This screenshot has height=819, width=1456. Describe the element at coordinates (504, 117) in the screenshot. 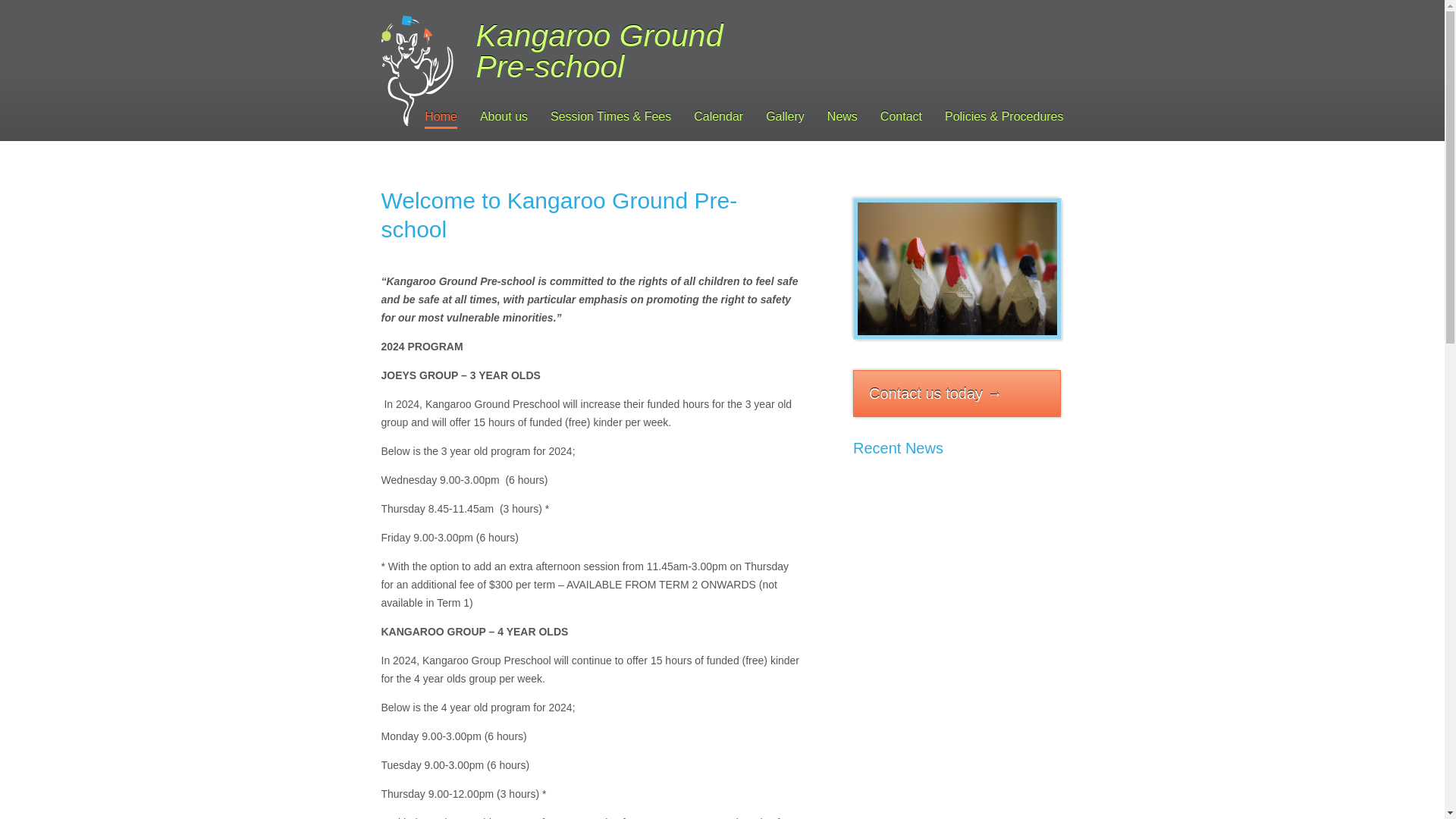

I see `'About us'` at that location.